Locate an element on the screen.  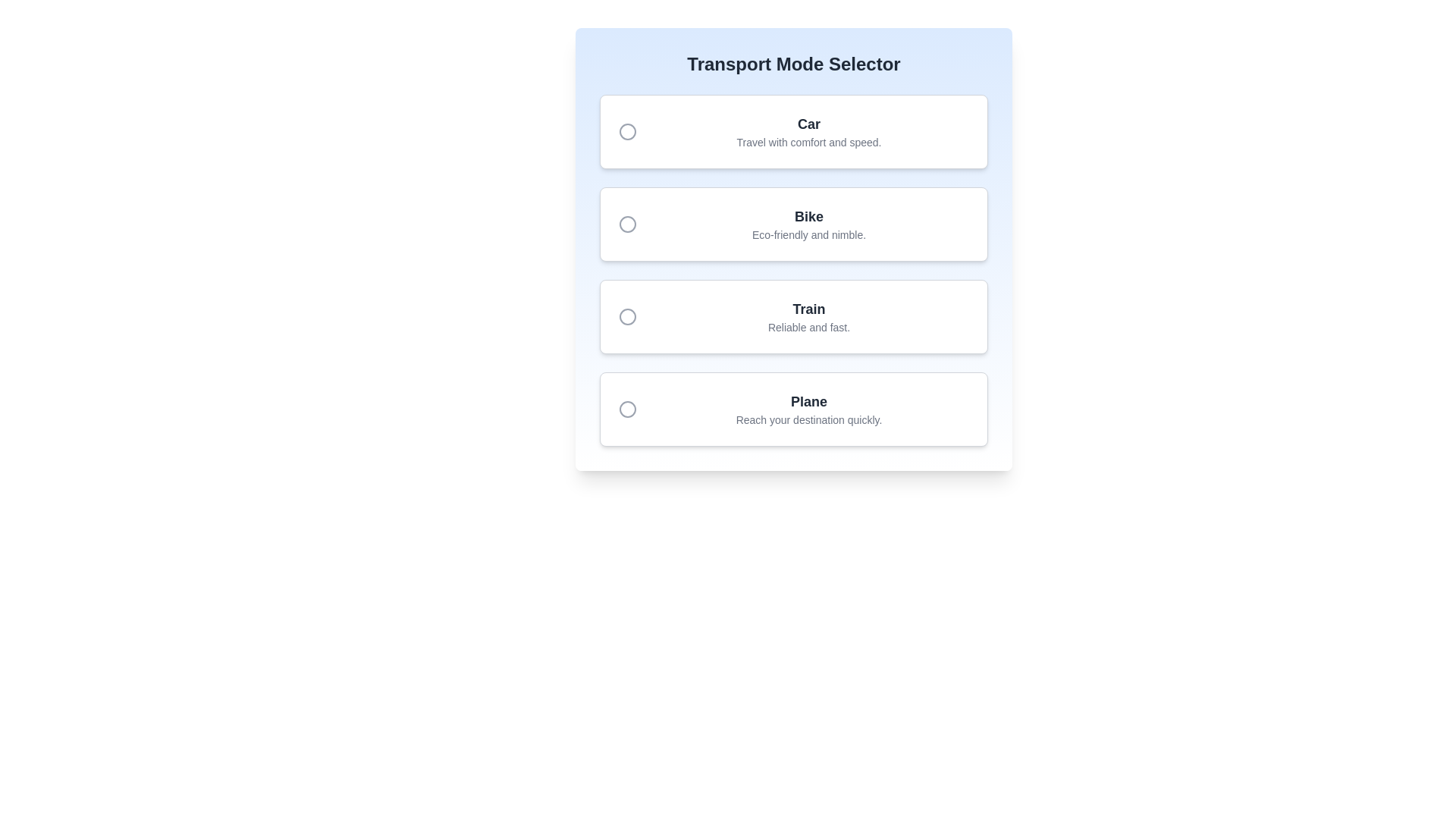
the circular outline styled with a thin gray stroke, located next to the 'Plane' label in the vertical list of transport modes is located at coordinates (628, 409).